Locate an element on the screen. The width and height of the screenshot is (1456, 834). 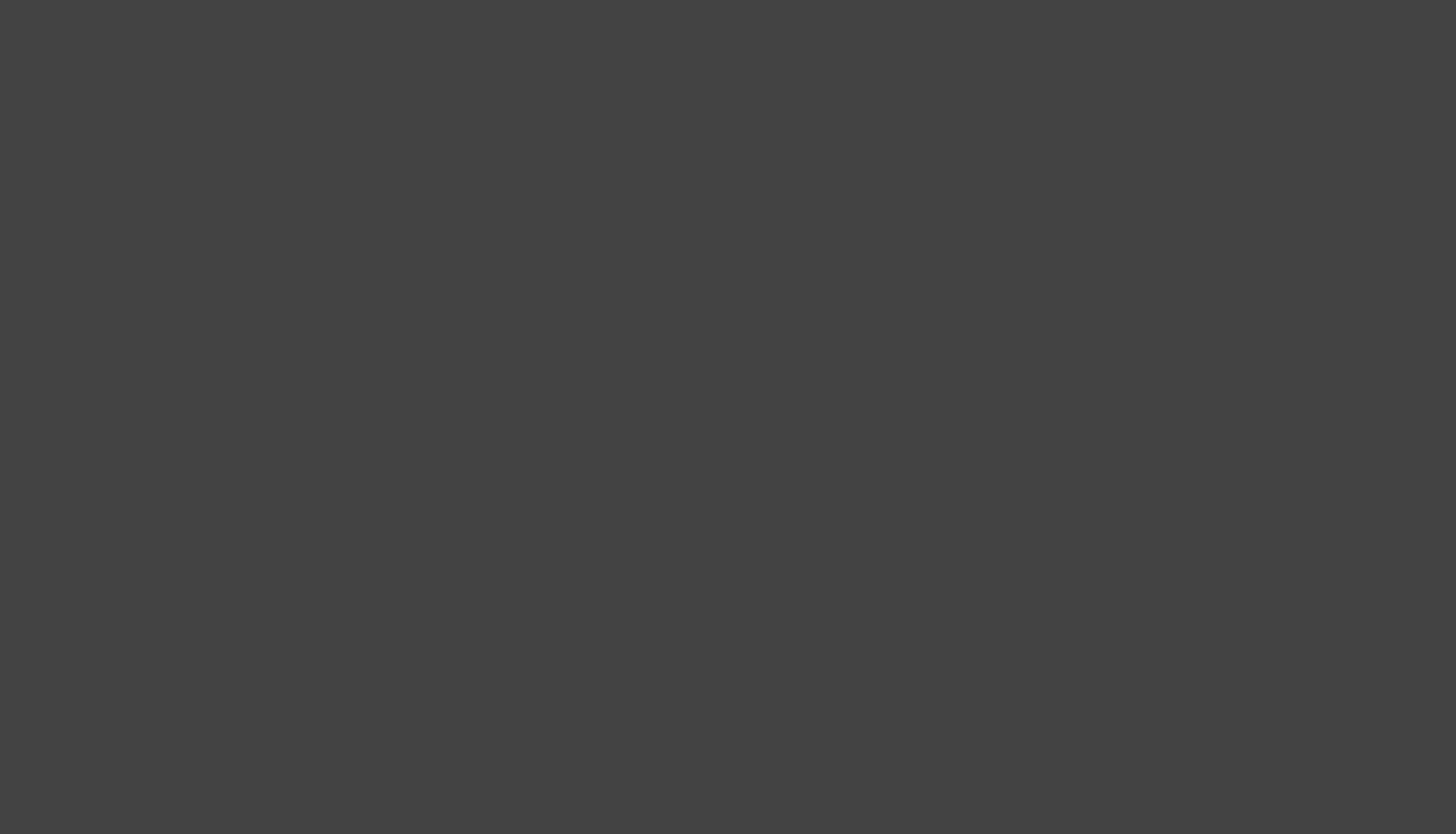
'Crystal Clear COMCIT Frozen Facial' is located at coordinates (403, 765).